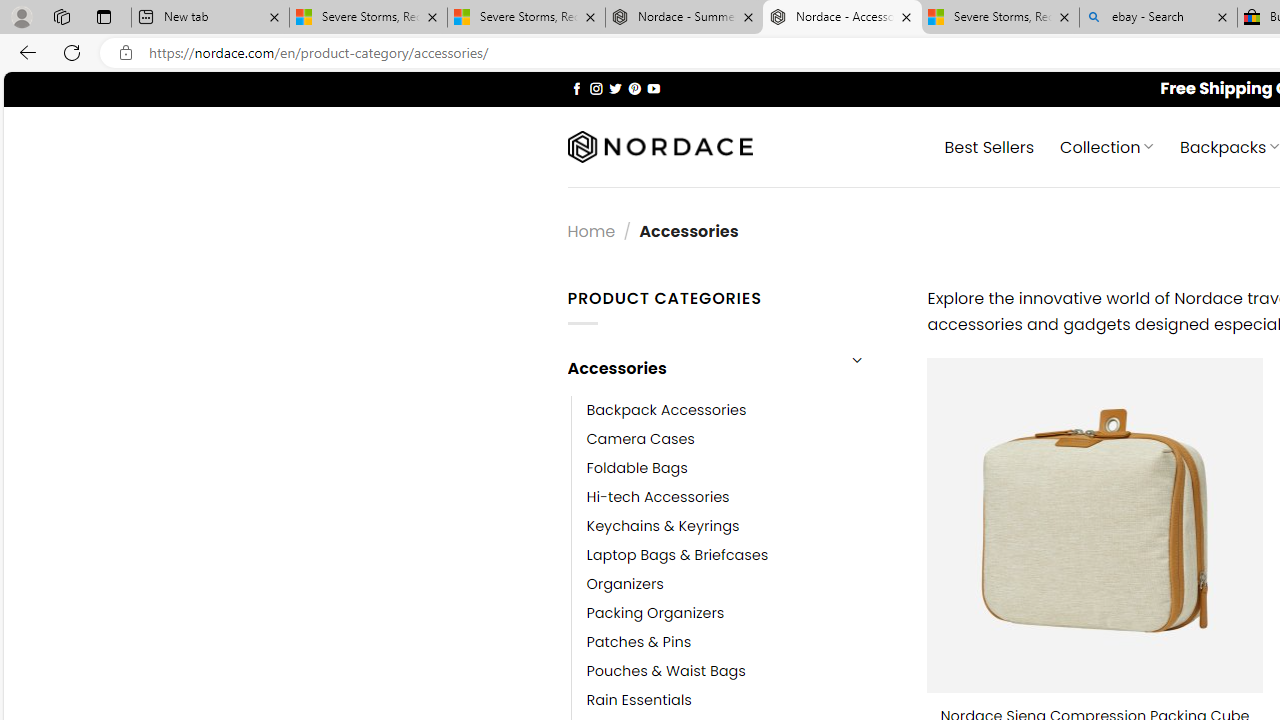  What do you see at coordinates (700, 368) in the screenshot?
I see `'Accessories'` at bounding box center [700, 368].